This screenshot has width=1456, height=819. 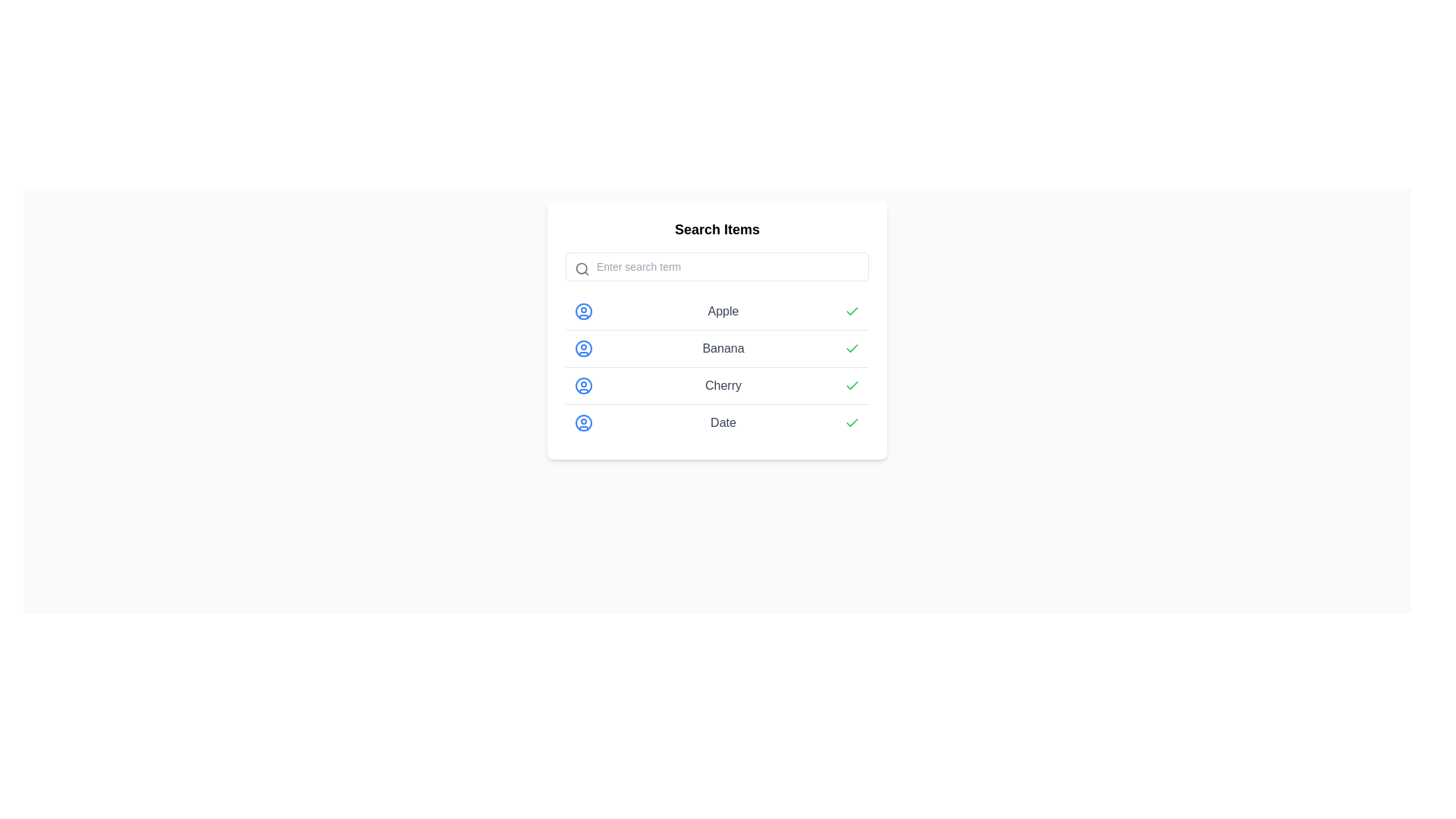 I want to click on the gray magnifying glass icon located on the left side of the search input field by moving the cursor to its center, so click(x=582, y=268).